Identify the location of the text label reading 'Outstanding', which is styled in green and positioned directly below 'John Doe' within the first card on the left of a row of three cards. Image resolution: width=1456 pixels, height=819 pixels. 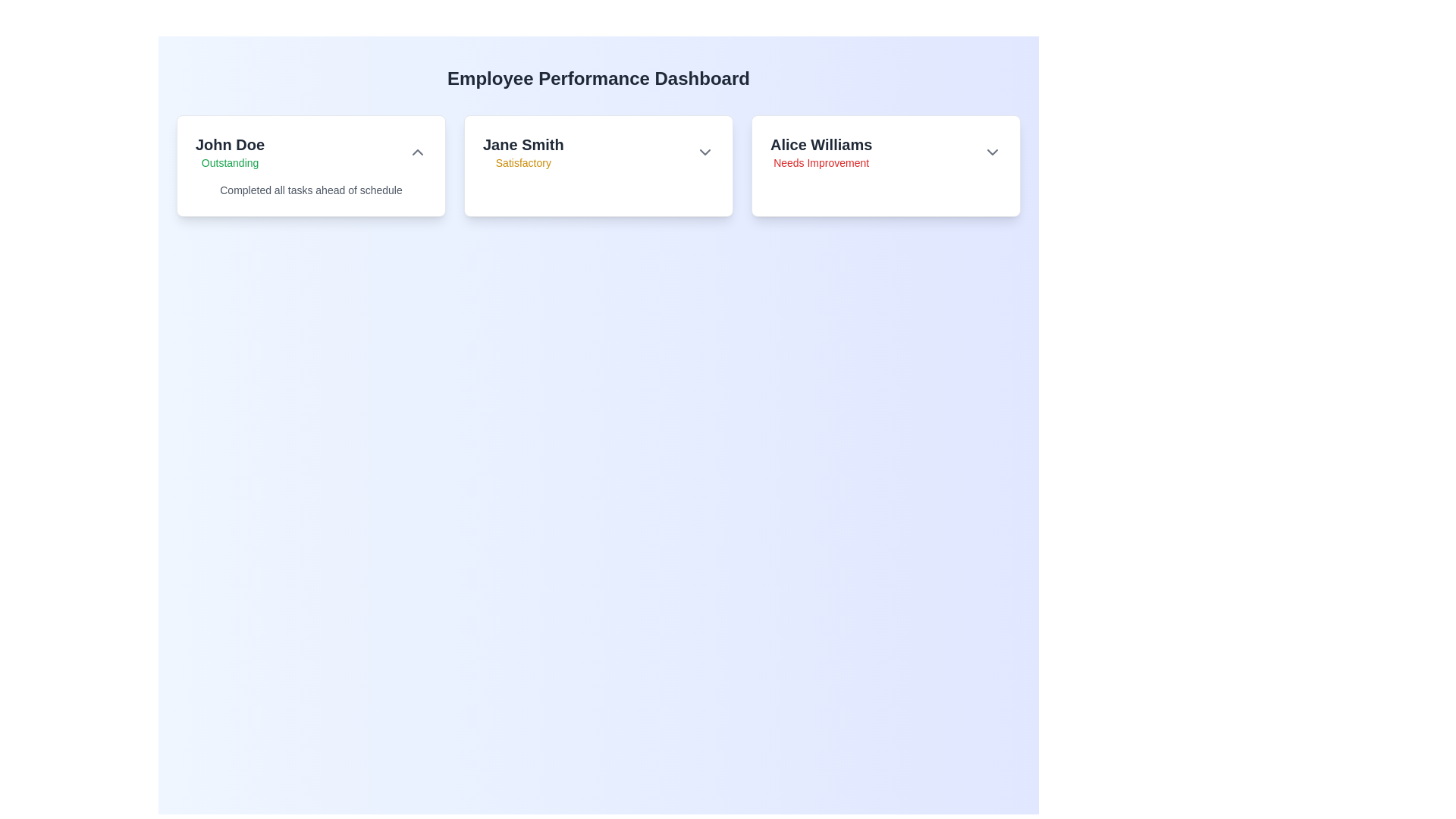
(229, 163).